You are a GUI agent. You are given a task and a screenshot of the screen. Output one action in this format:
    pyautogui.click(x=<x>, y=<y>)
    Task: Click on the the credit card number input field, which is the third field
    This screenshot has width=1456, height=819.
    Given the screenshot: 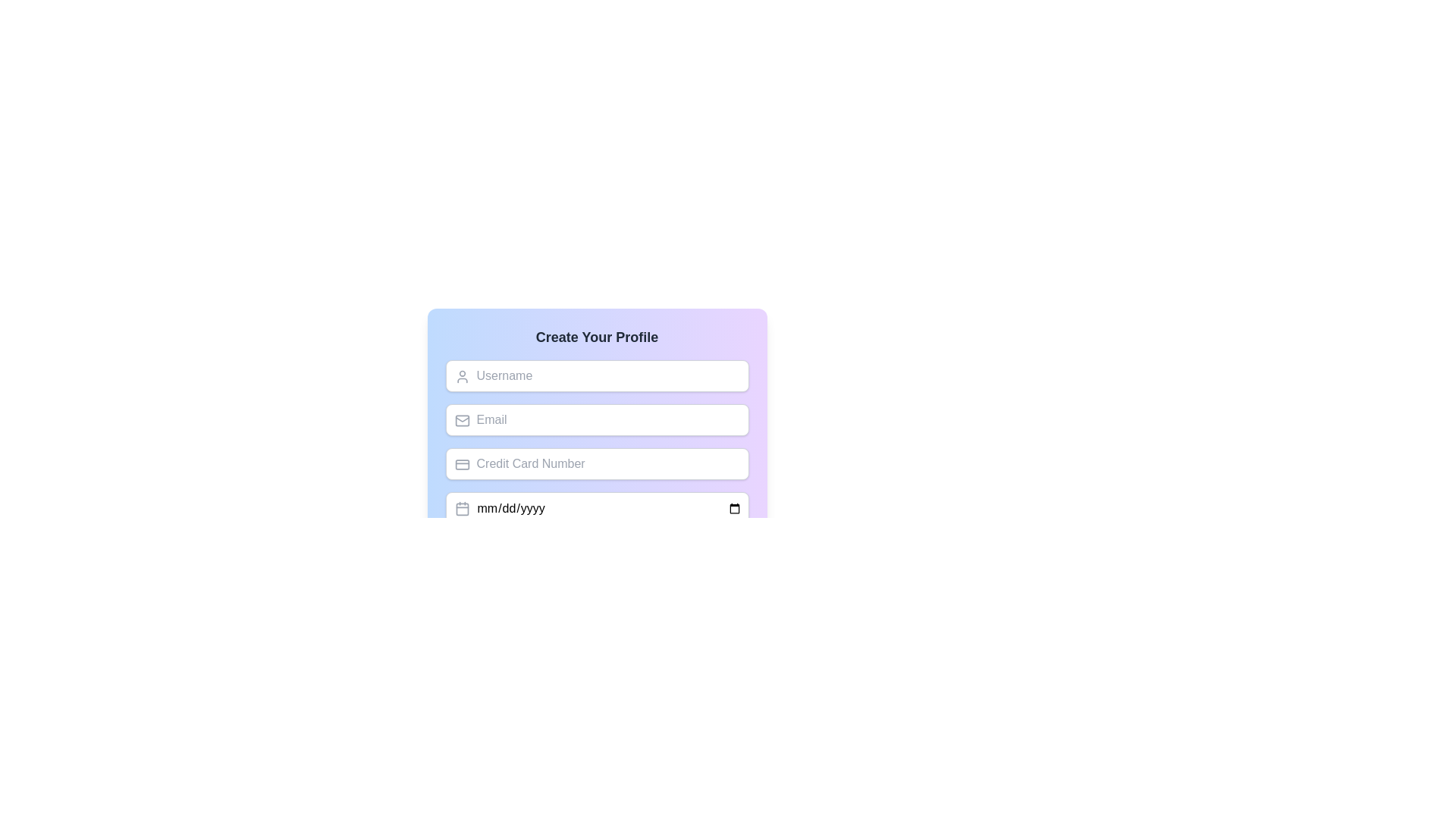 What is the action you would take?
    pyautogui.click(x=596, y=463)
    